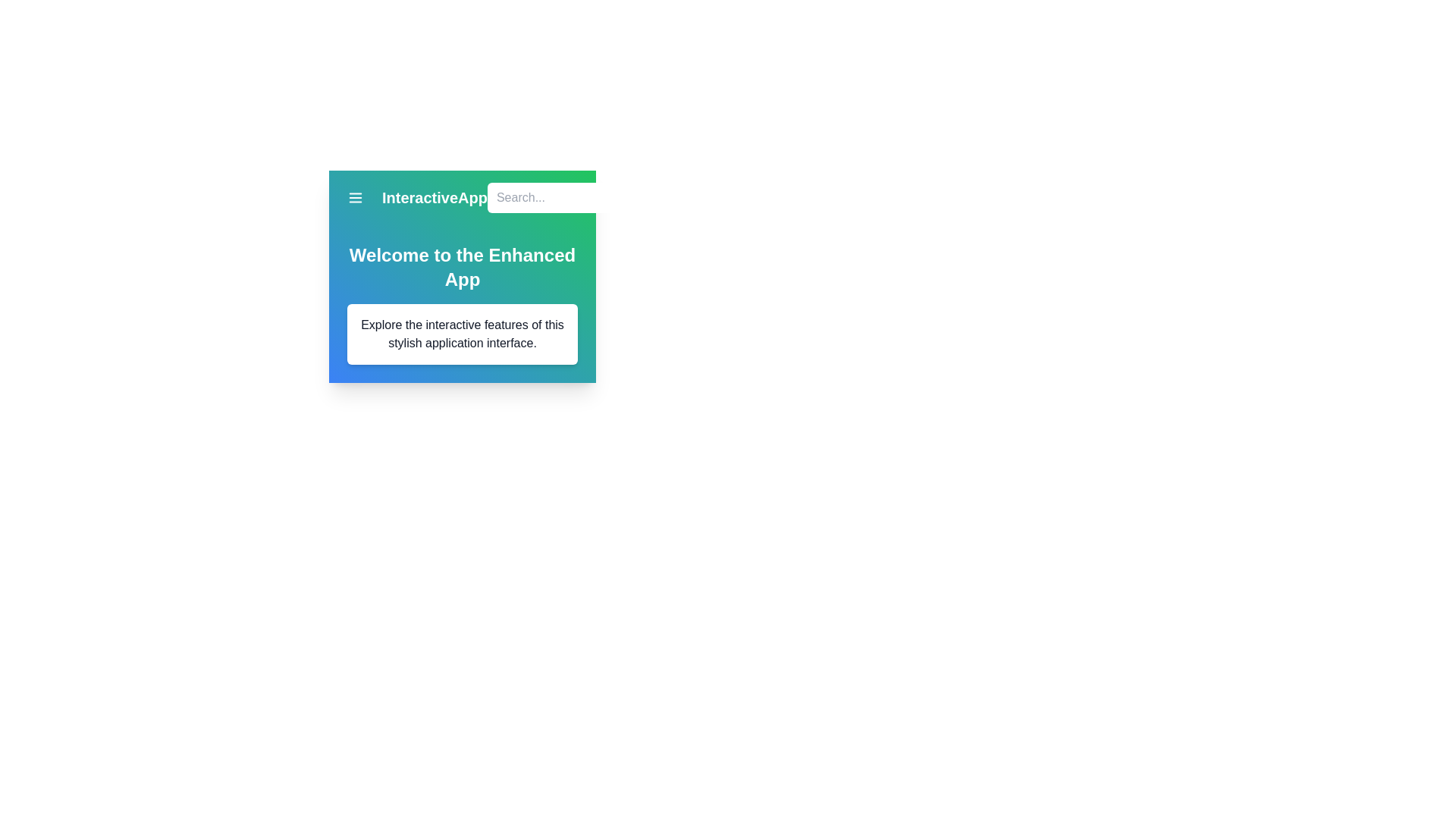  What do you see at coordinates (355, 197) in the screenshot?
I see `menu button to open the menu` at bounding box center [355, 197].